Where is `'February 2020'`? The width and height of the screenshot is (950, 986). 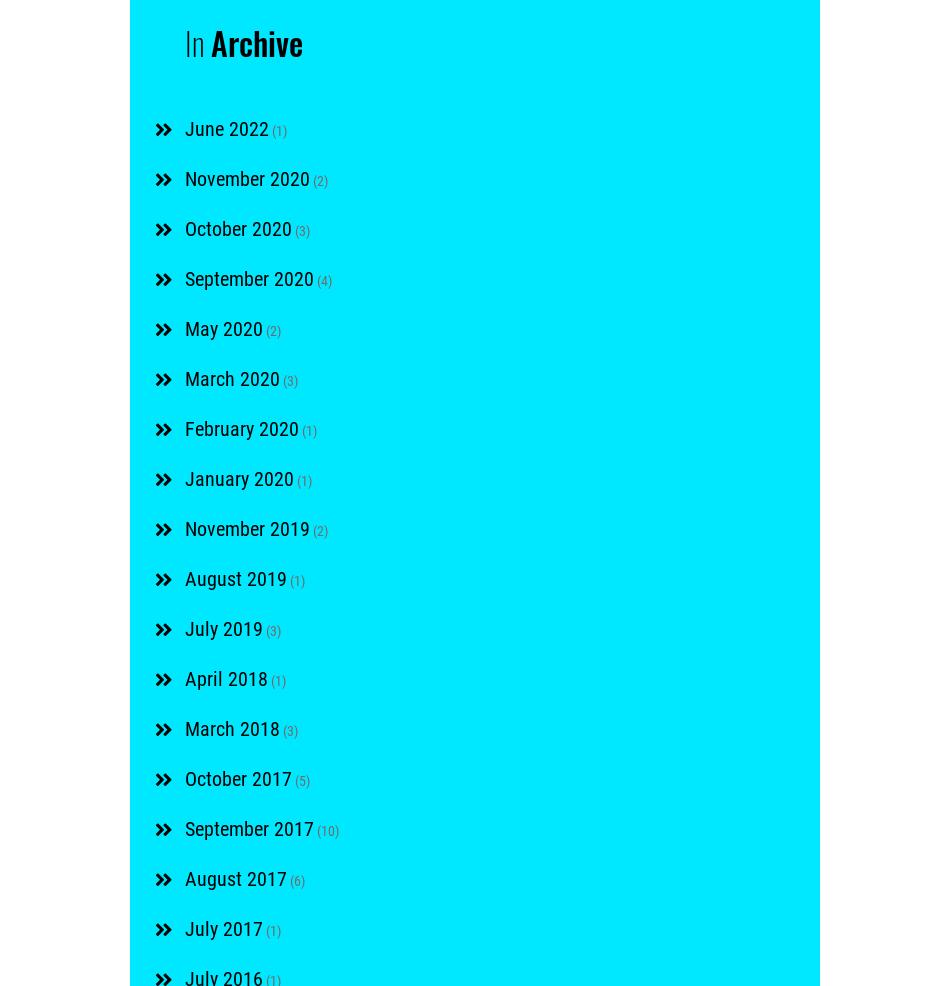 'February 2020' is located at coordinates (240, 428).